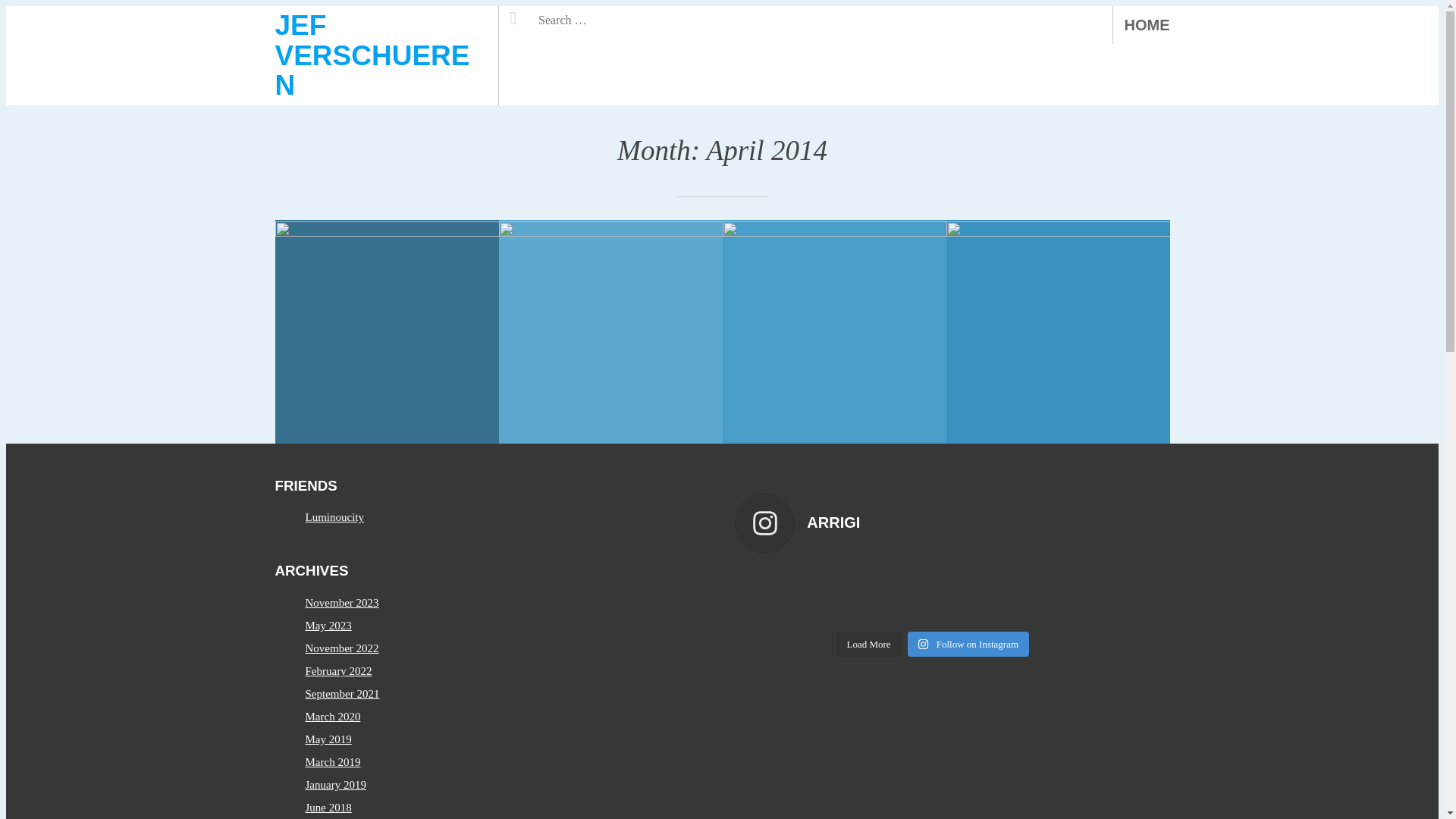 The width and height of the screenshot is (1456, 819). Describe the element at coordinates (327, 626) in the screenshot. I see `'May 2023'` at that location.